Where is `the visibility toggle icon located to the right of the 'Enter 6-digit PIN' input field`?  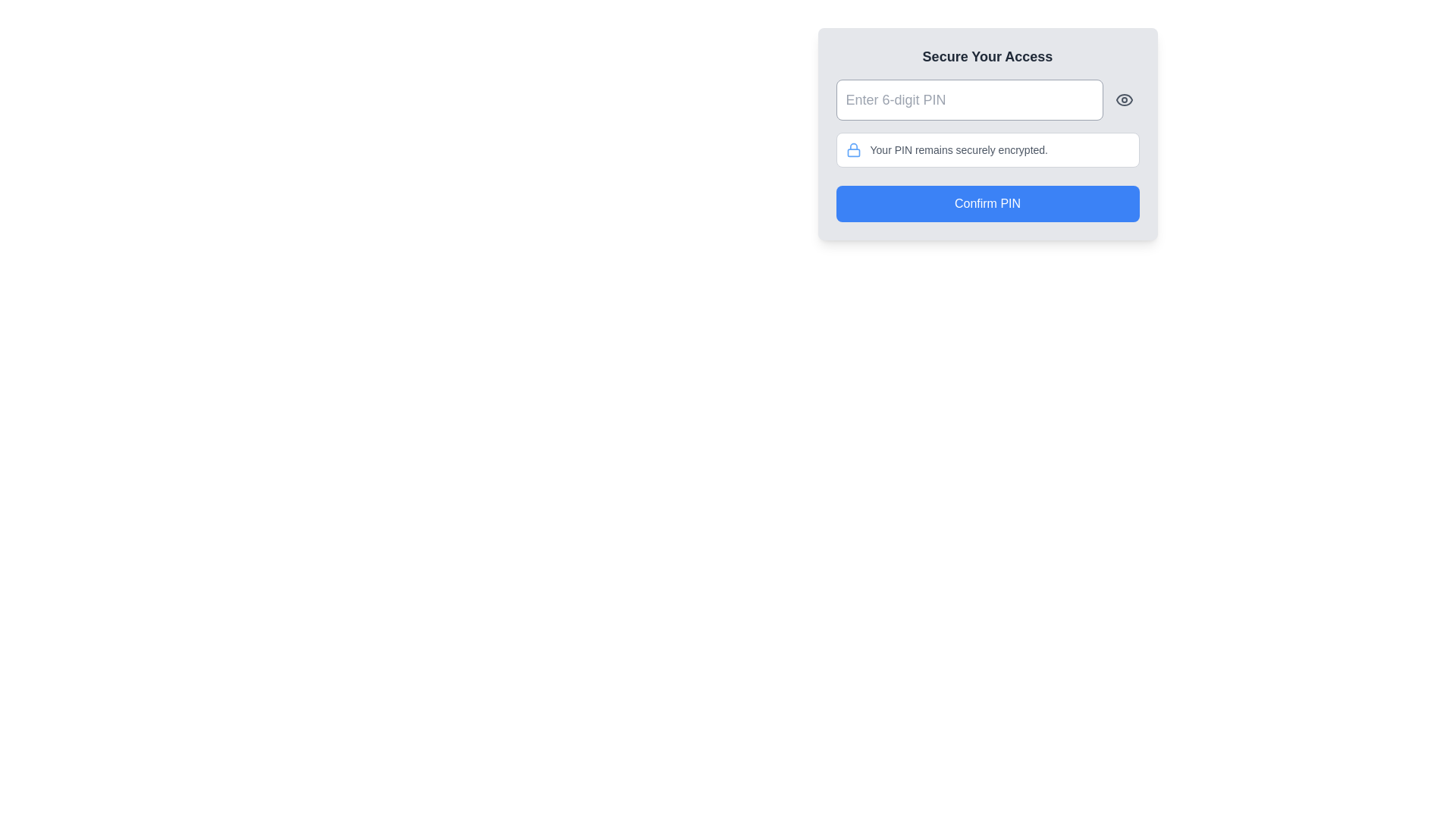
the visibility toggle icon located to the right of the 'Enter 6-digit PIN' input field is located at coordinates (1124, 99).